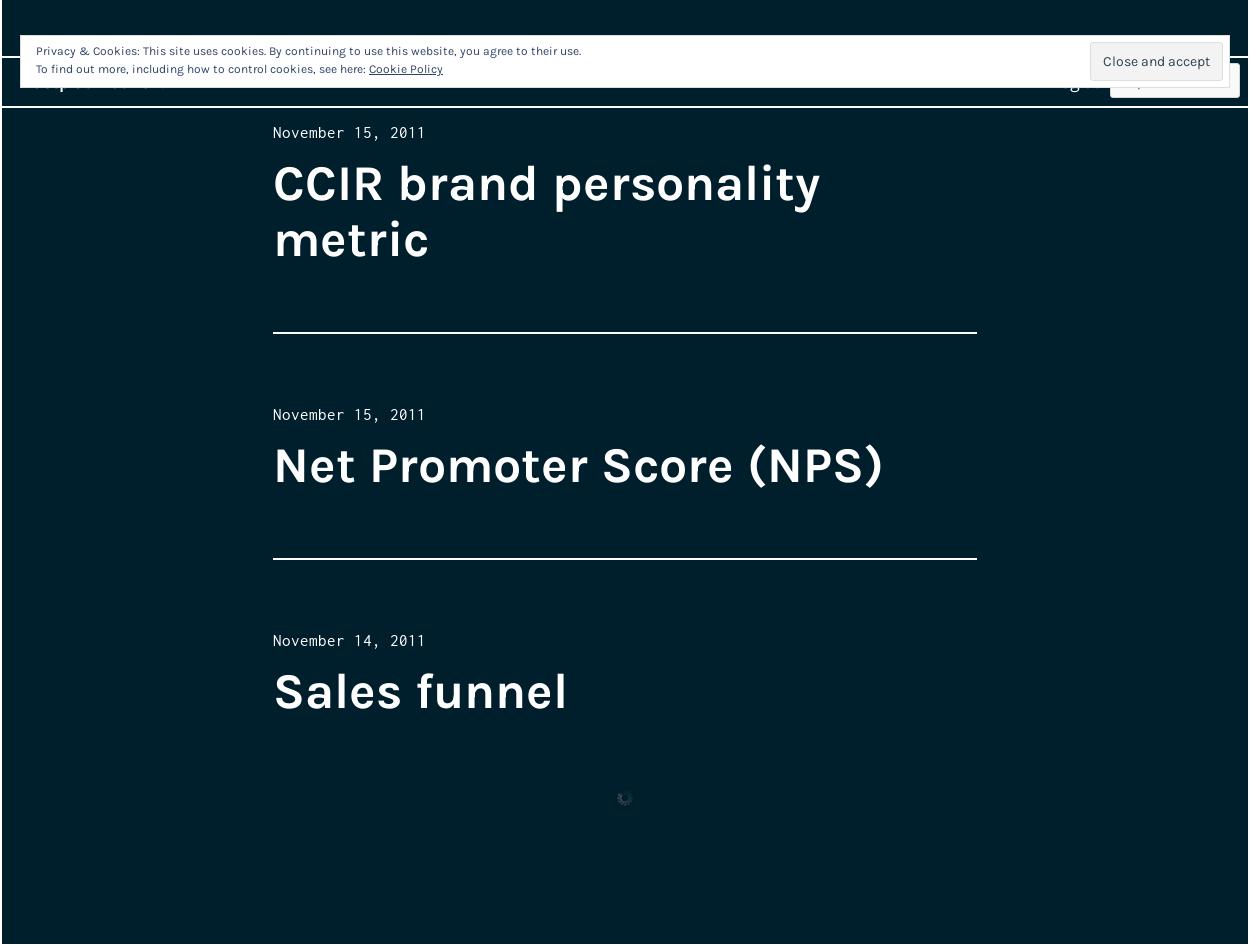 The width and height of the screenshot is (1250, 946). I want to click on 'CCIR brand personality metric', so click(546, 211).